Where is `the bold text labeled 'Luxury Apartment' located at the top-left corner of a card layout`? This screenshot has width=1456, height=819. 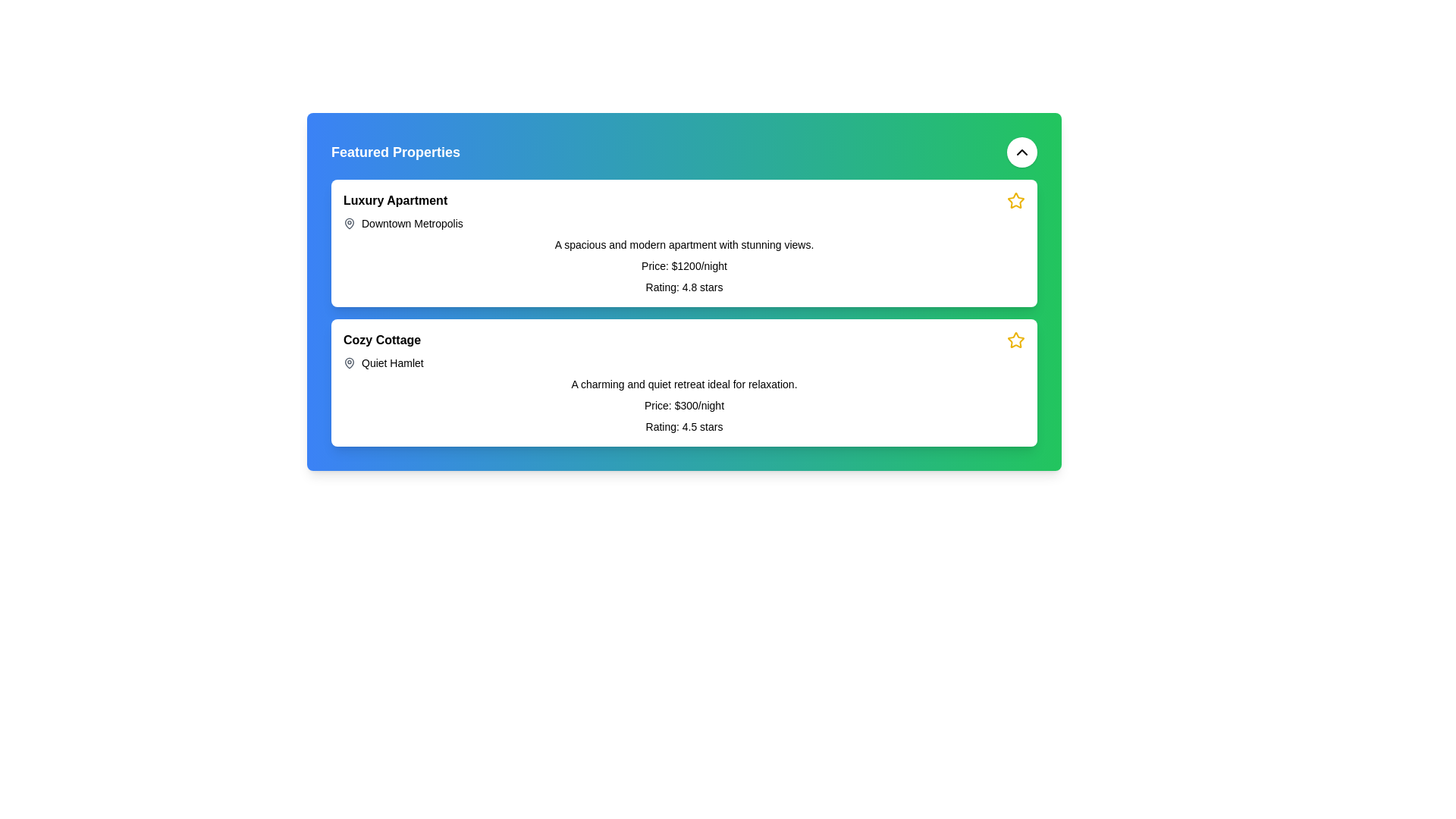 the bold text labeled 'Luxury Apartment' located at the top-left corner of a card layout is located at coordinates (395, 200).